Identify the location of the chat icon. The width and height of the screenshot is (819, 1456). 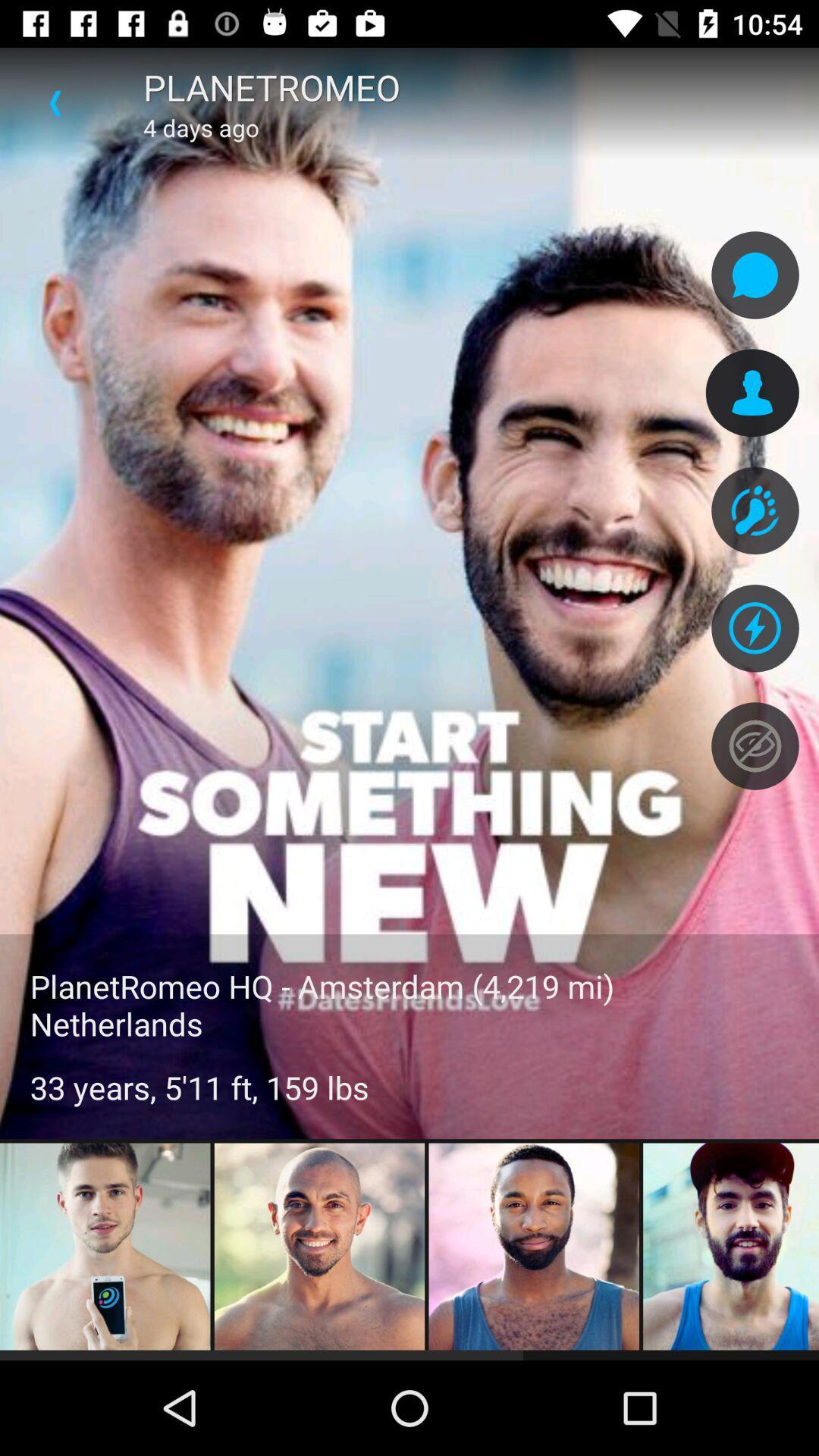
(755, 275).